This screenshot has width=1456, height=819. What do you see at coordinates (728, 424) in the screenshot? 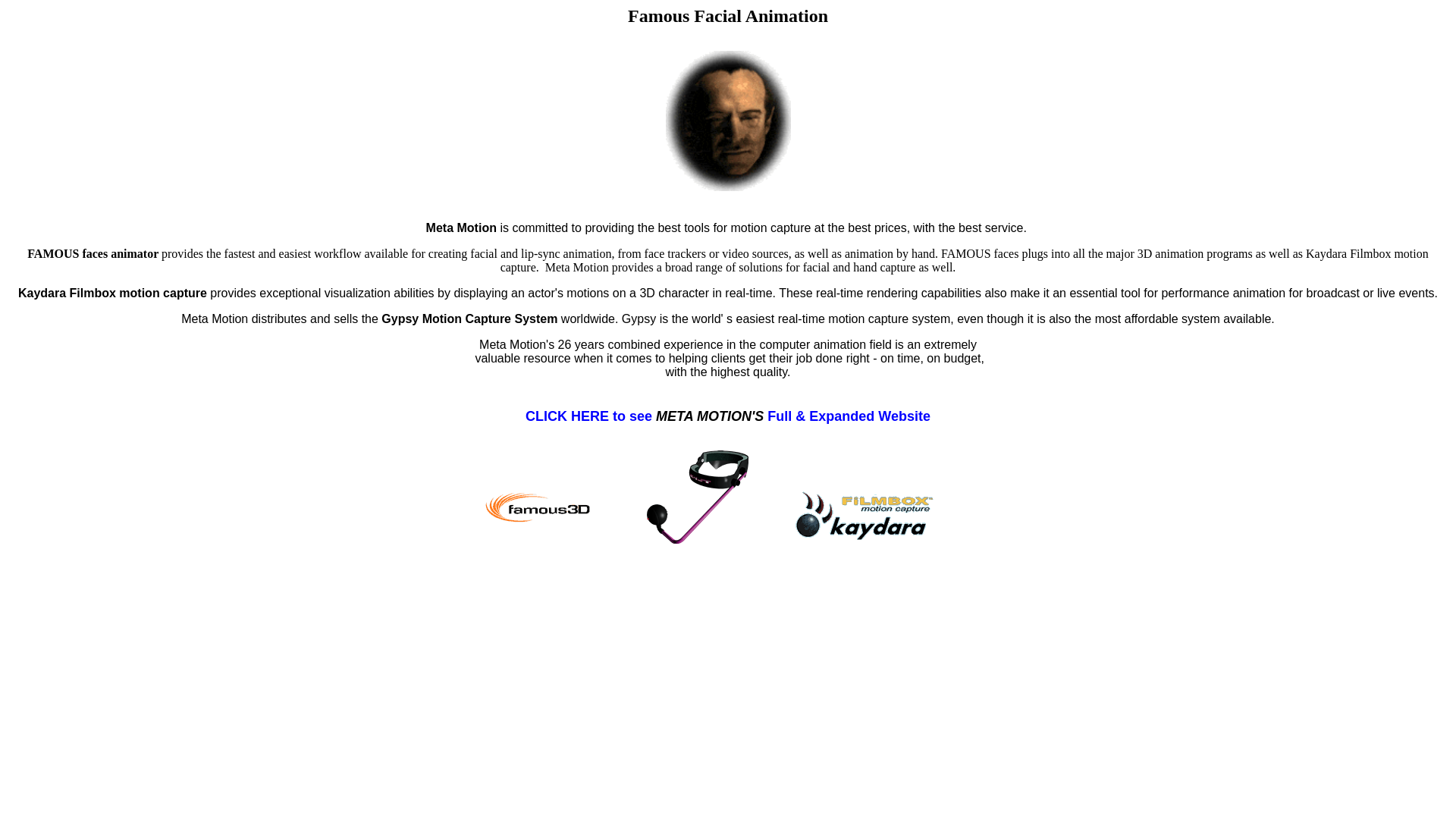
I see `'CLICK HERE to see META MOTION'S Full & Expanded Website'` at bounding box center [728, 424].